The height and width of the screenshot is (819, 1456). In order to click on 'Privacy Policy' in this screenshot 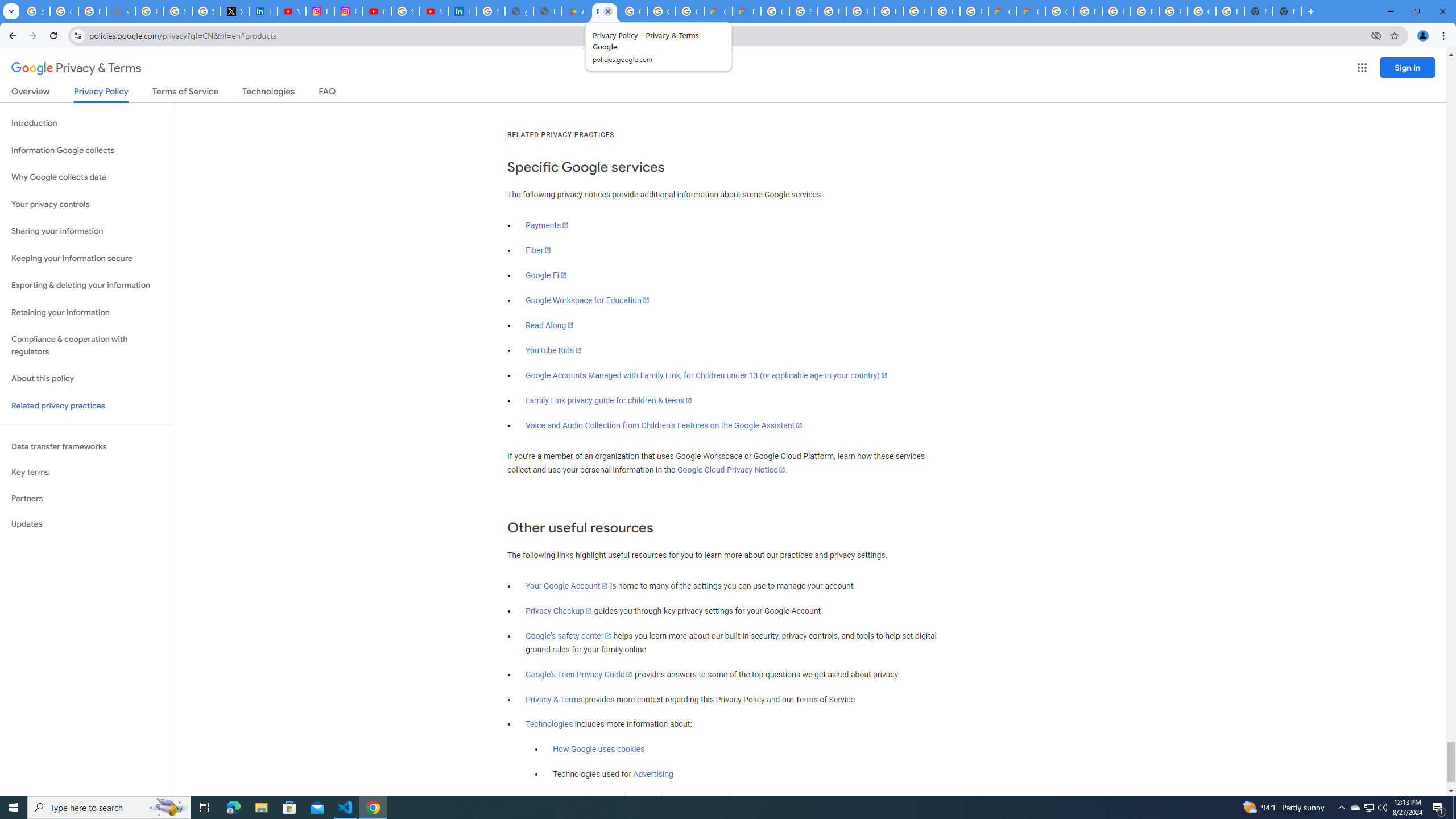, I will do `click(100, 94)`.